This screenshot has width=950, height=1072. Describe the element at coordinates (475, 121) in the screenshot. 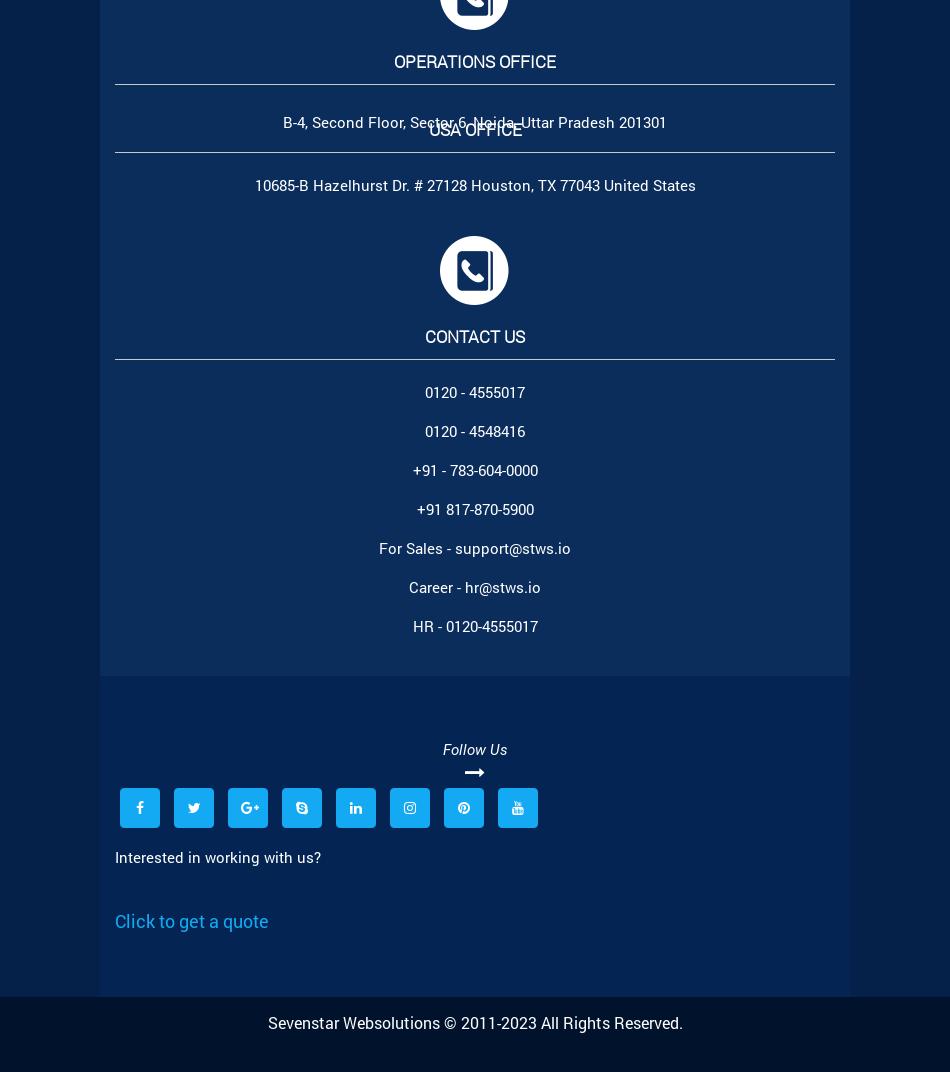

I see `'B-4, Second Floor, Sector 6, Noida, Uttar Pradesh 201301'` at that location.